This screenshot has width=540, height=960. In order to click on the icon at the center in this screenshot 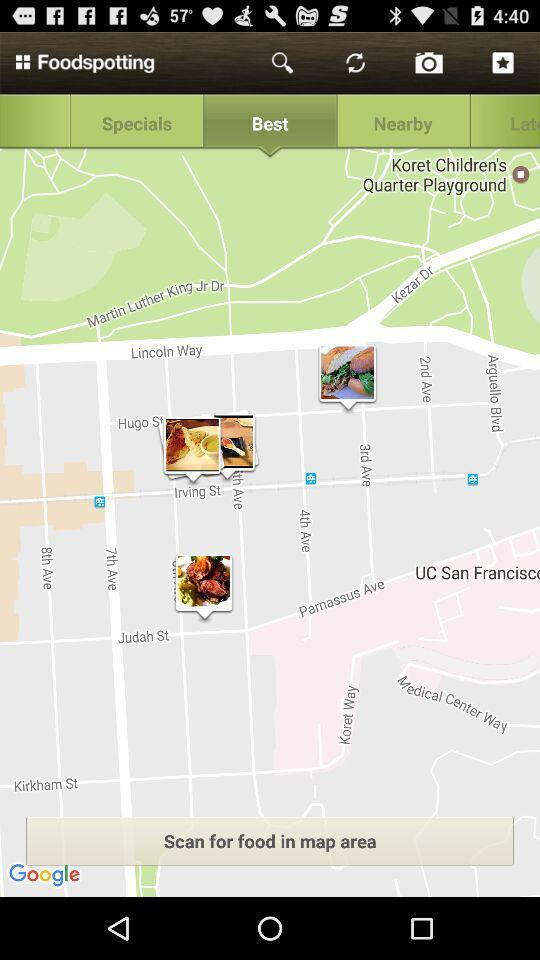, I will do `click(270, 520)`.